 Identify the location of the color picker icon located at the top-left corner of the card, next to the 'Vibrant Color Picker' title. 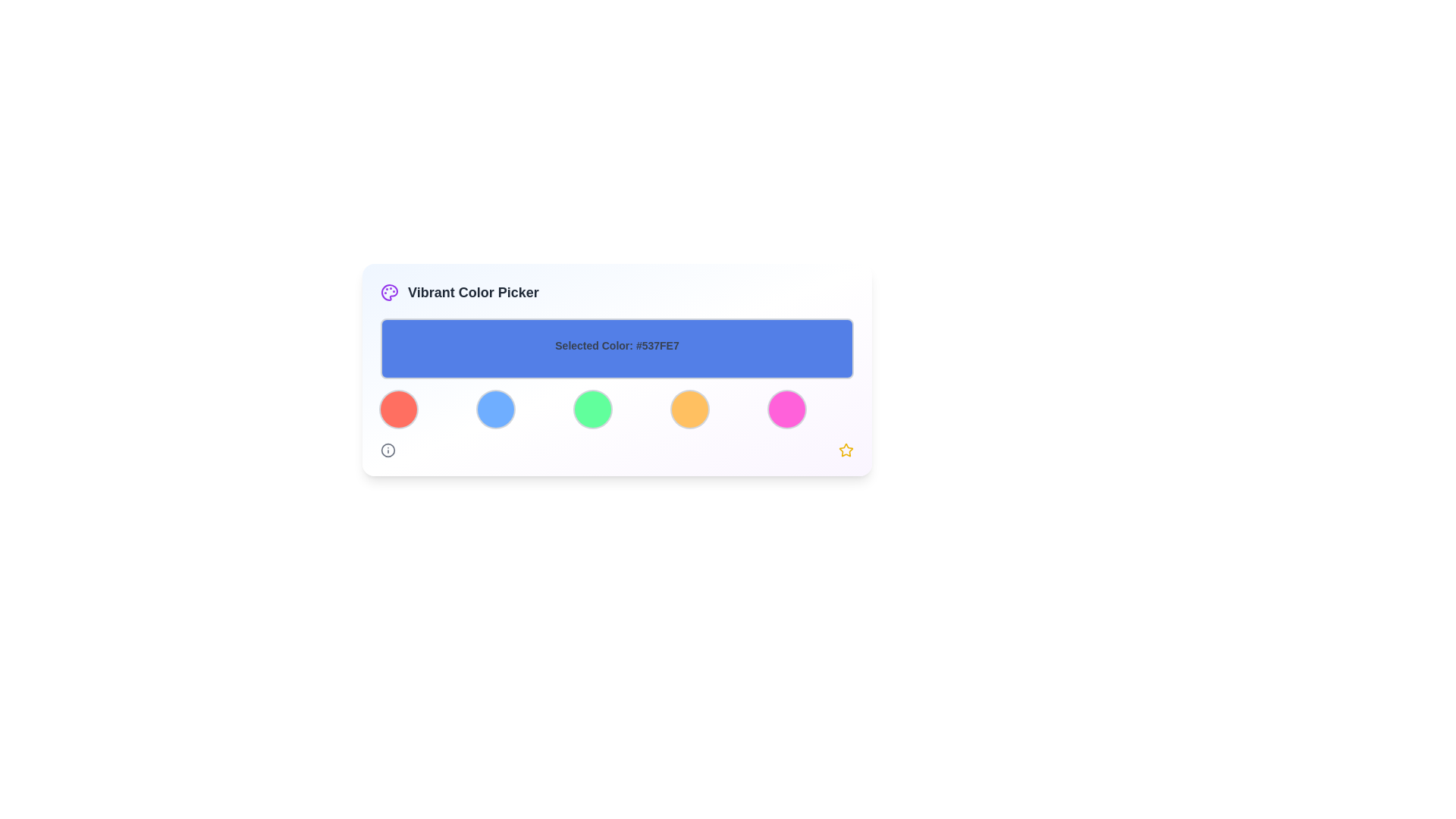
(389, 292).